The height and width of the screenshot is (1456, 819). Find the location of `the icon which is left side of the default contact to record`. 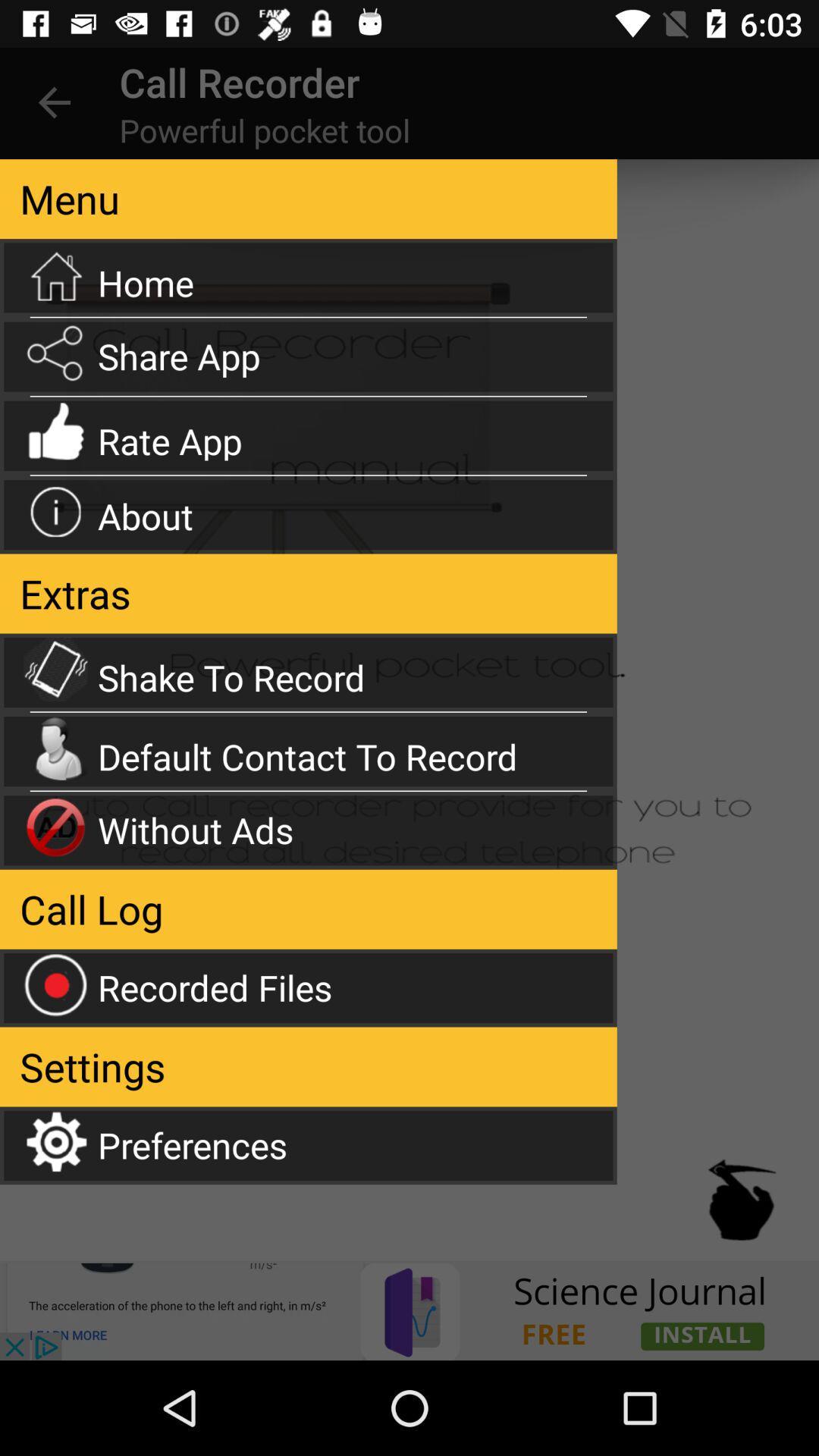

the icon which is left side of the default contact to record is located at coordinates (55, 748).